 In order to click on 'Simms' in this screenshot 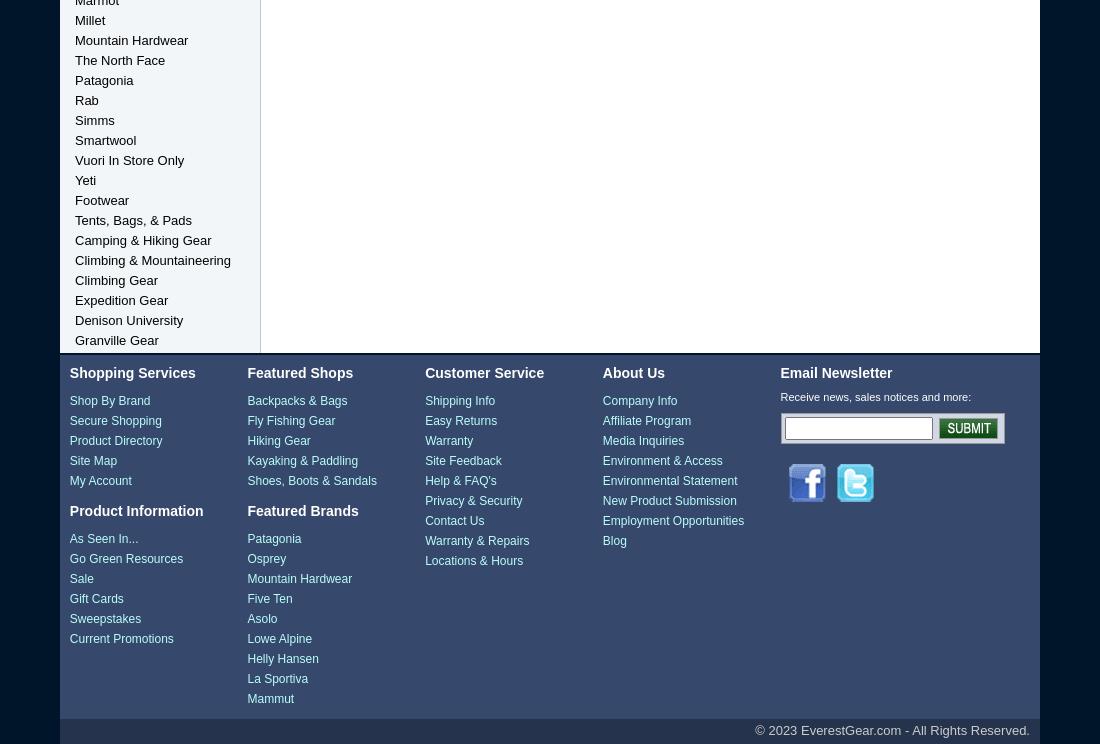, I will do `click(94, 119)`.